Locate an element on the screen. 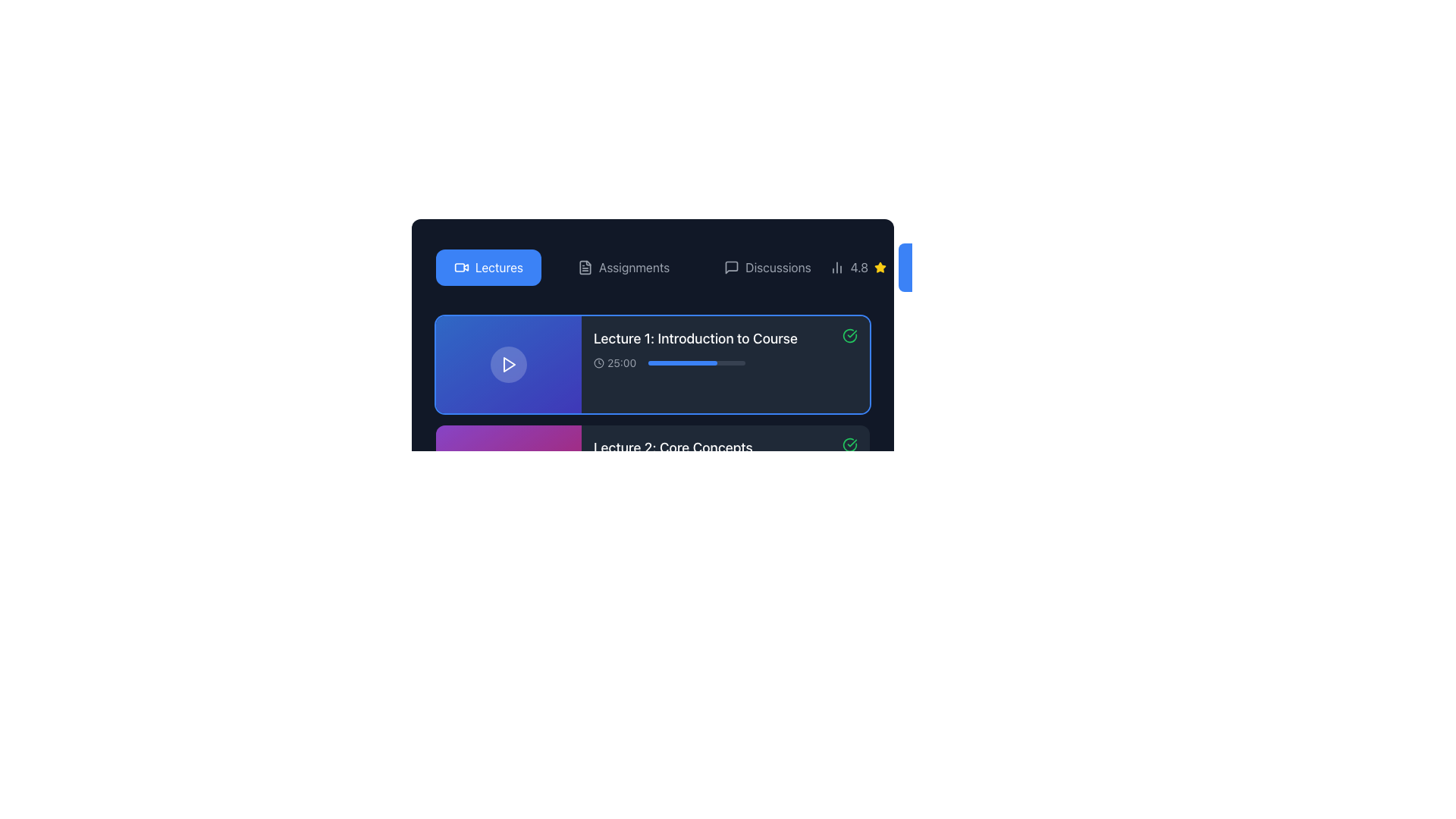 This screenshot has height=819, width=1456. the circular graphical element that is part of the clock-like icon located in the menu bar near the progress bar for the first lecture content is located at coordinates (598, 362).